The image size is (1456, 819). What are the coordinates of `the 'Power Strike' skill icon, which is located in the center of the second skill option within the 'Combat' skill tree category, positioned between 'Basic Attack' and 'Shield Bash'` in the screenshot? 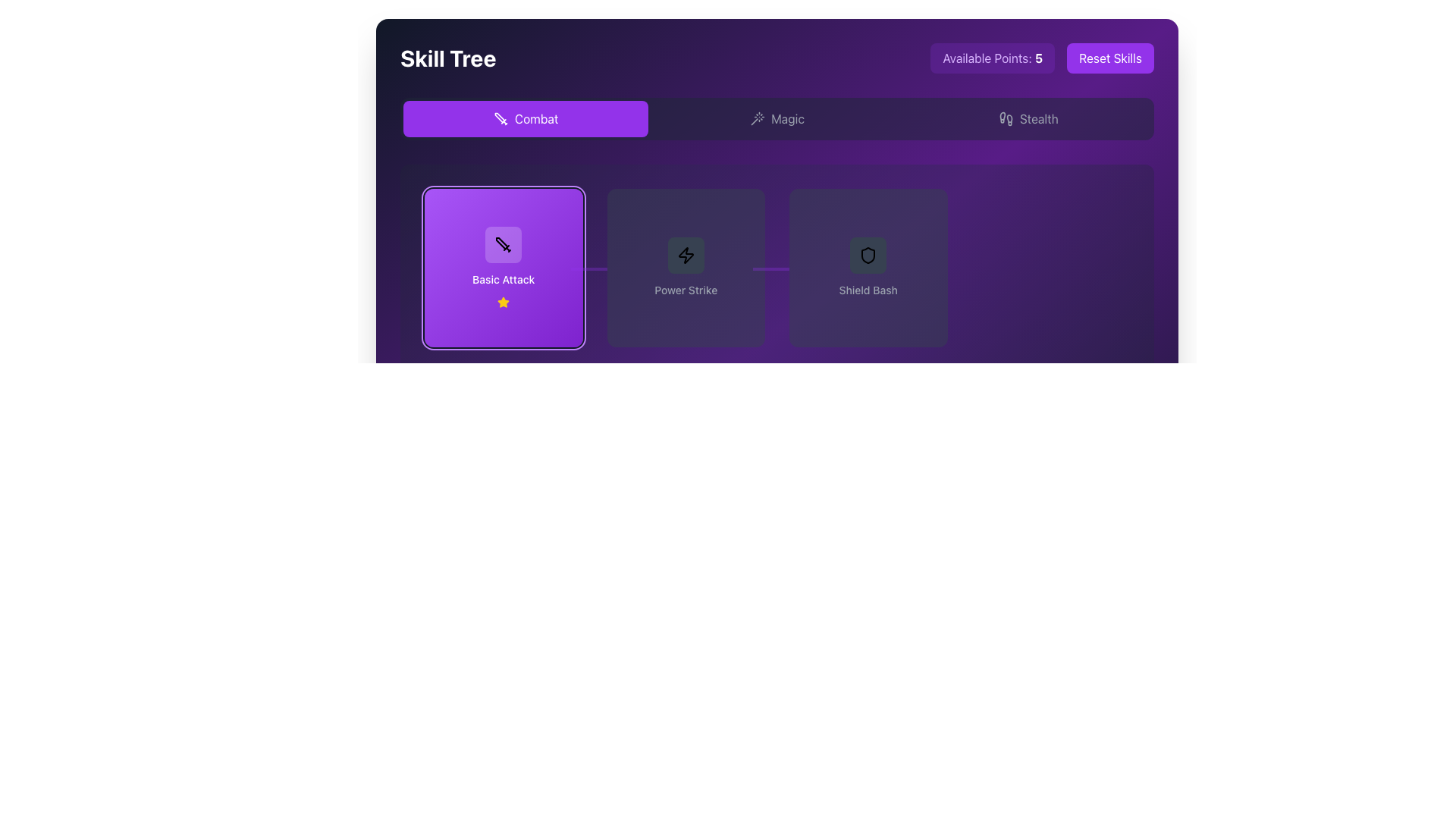 It's located at (685, 255).